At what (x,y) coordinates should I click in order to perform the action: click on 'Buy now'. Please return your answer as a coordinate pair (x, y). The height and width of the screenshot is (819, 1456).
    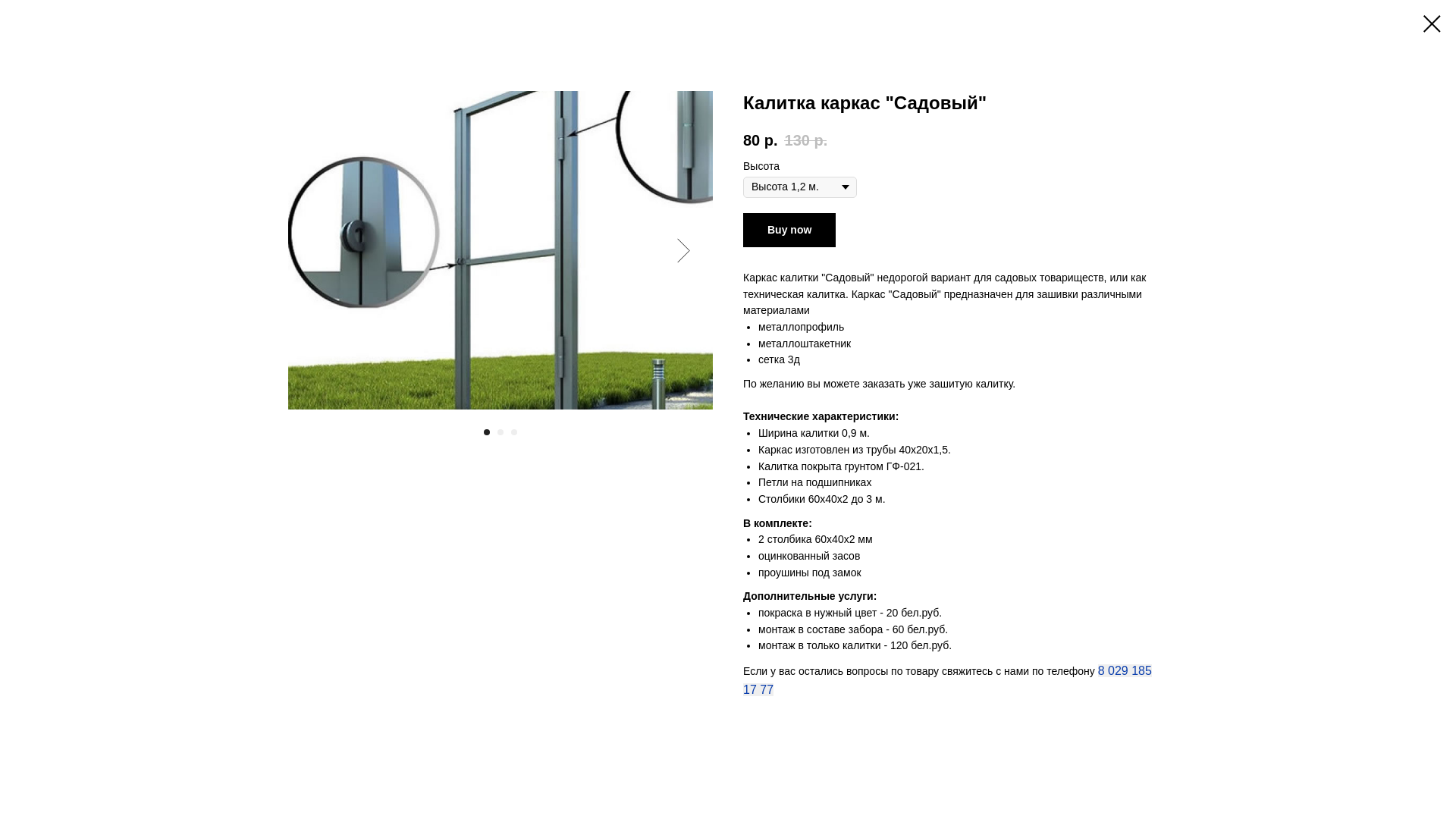
    Looking at the image, I should click on (742, 230).